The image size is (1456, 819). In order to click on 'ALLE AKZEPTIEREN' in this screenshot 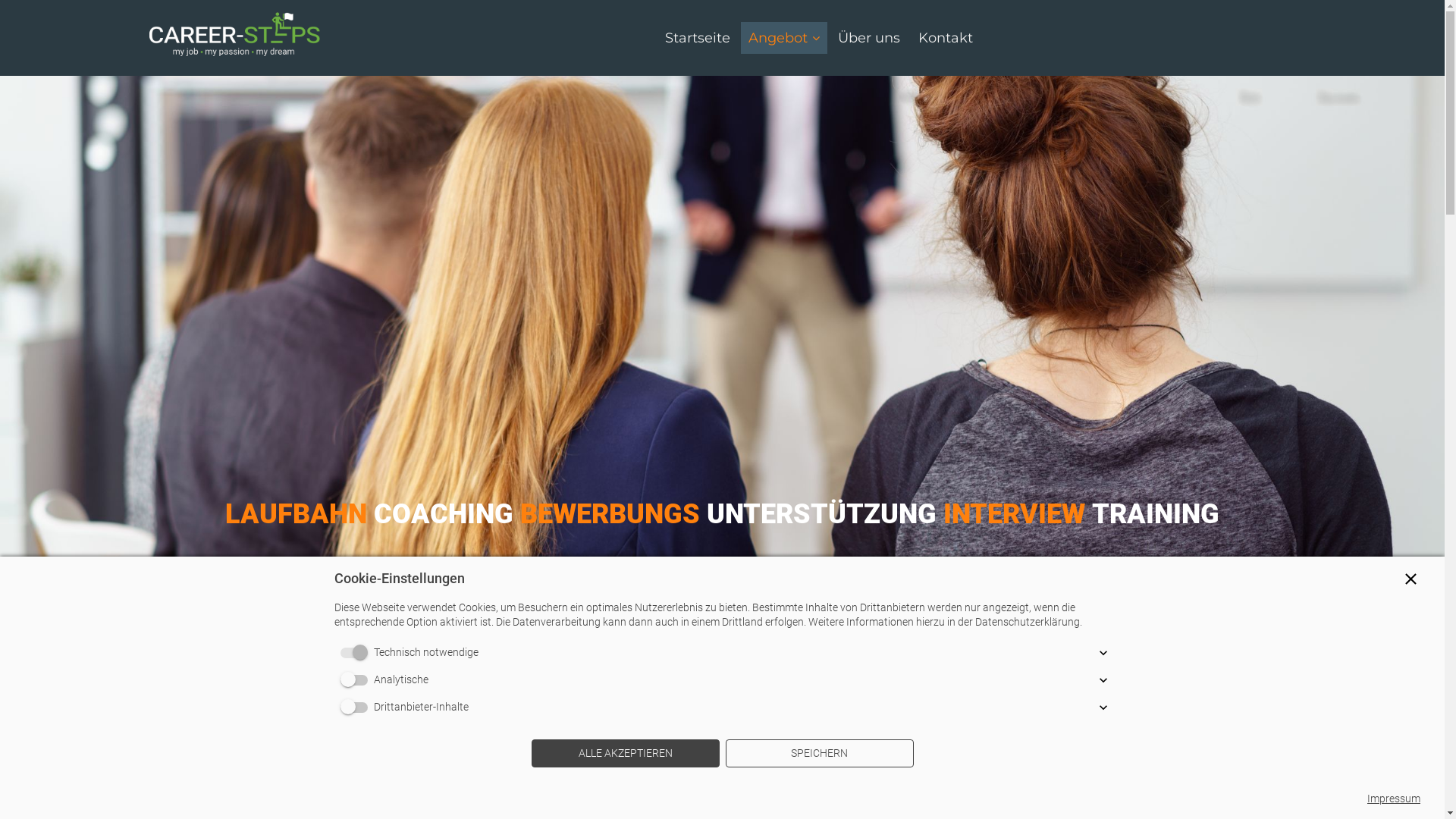, I will do `click(625, 754)`.